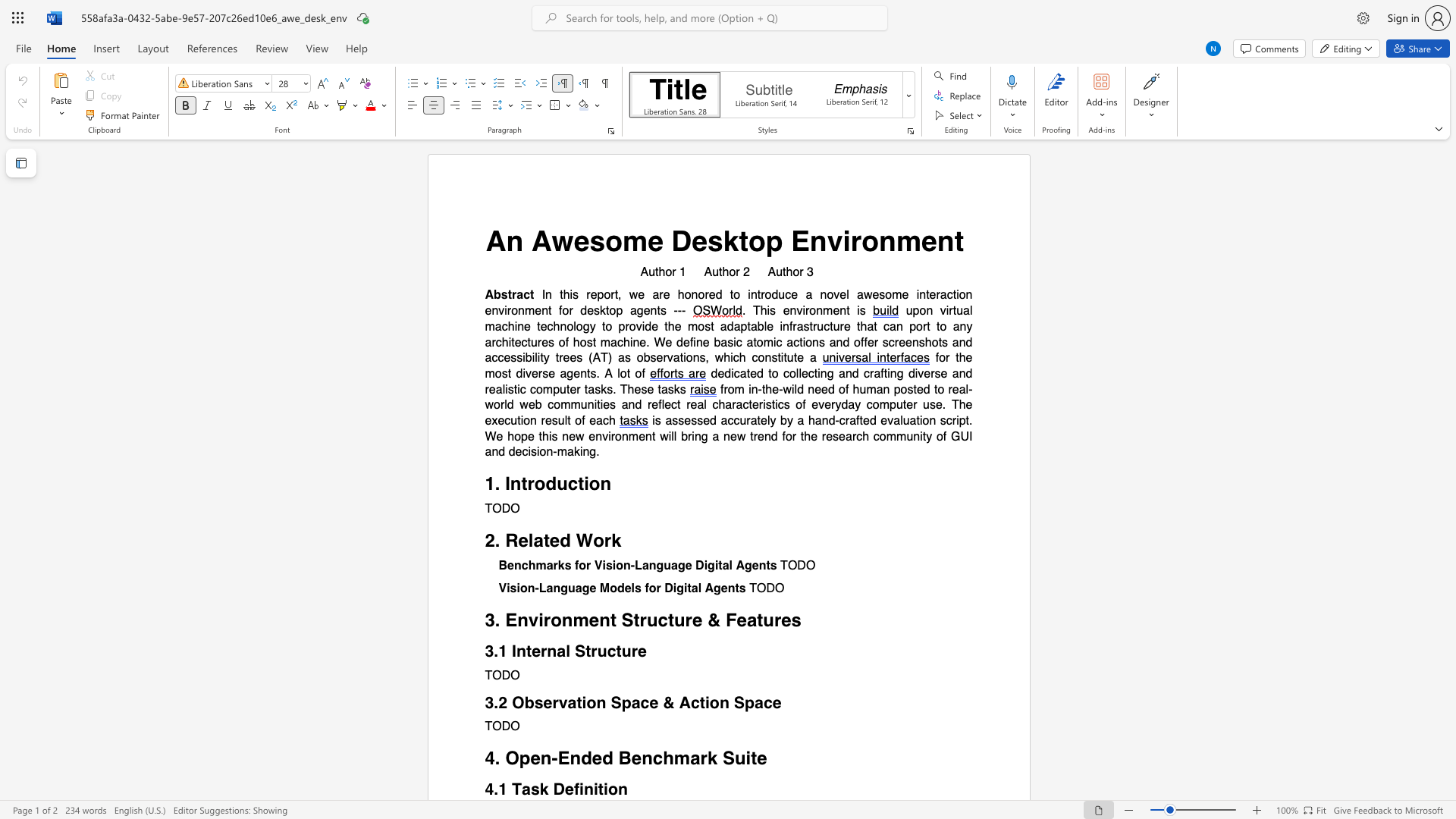  What do you see at coordinates (720, 588) in the screenshot?
I see `the subset text "ent" within the text "Vision-Language Models for Digital Agents"` at bounding box center [720, 588].